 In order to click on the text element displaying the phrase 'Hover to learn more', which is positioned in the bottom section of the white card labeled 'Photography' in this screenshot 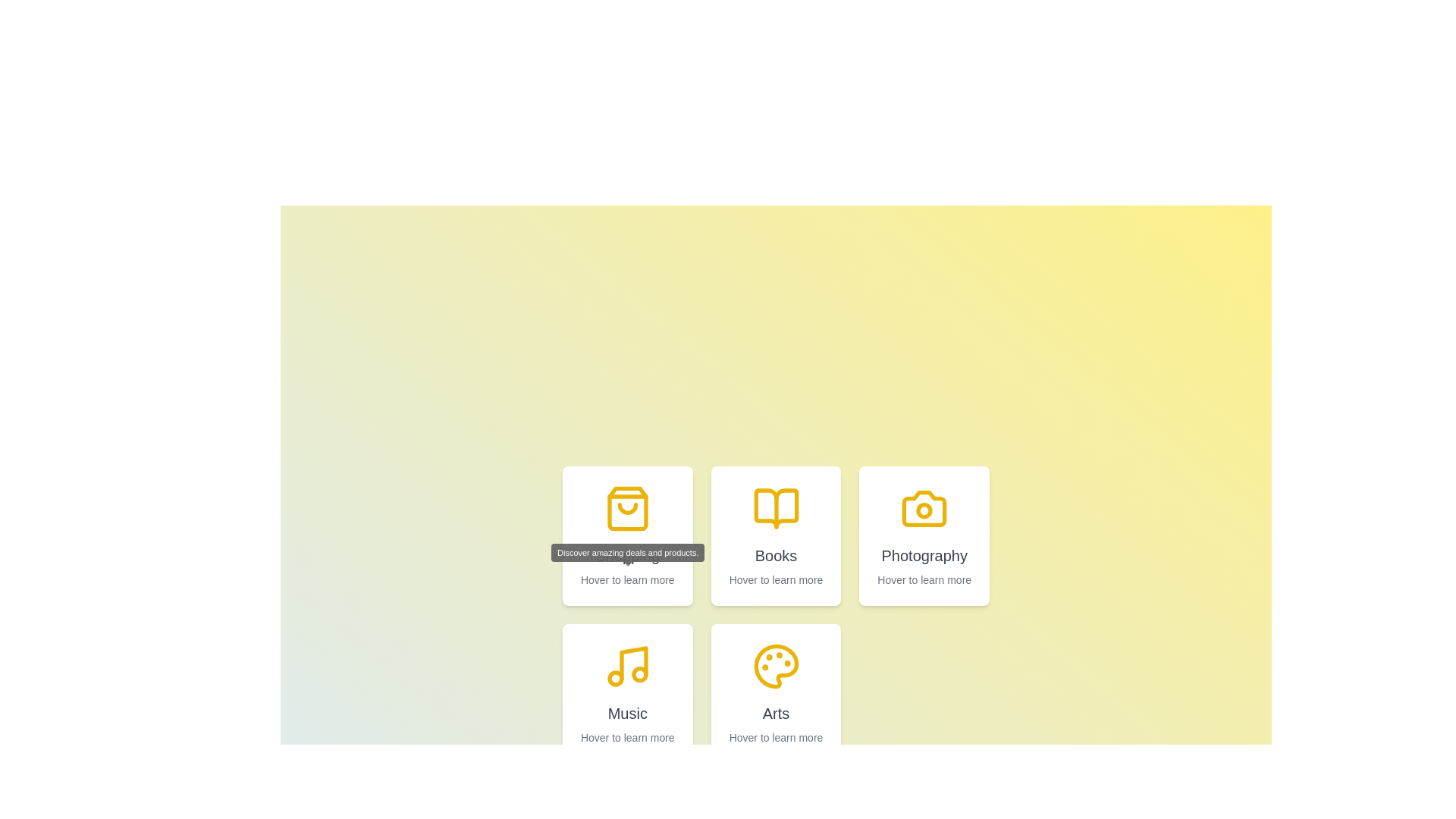, I will do `click(924, 579)`.